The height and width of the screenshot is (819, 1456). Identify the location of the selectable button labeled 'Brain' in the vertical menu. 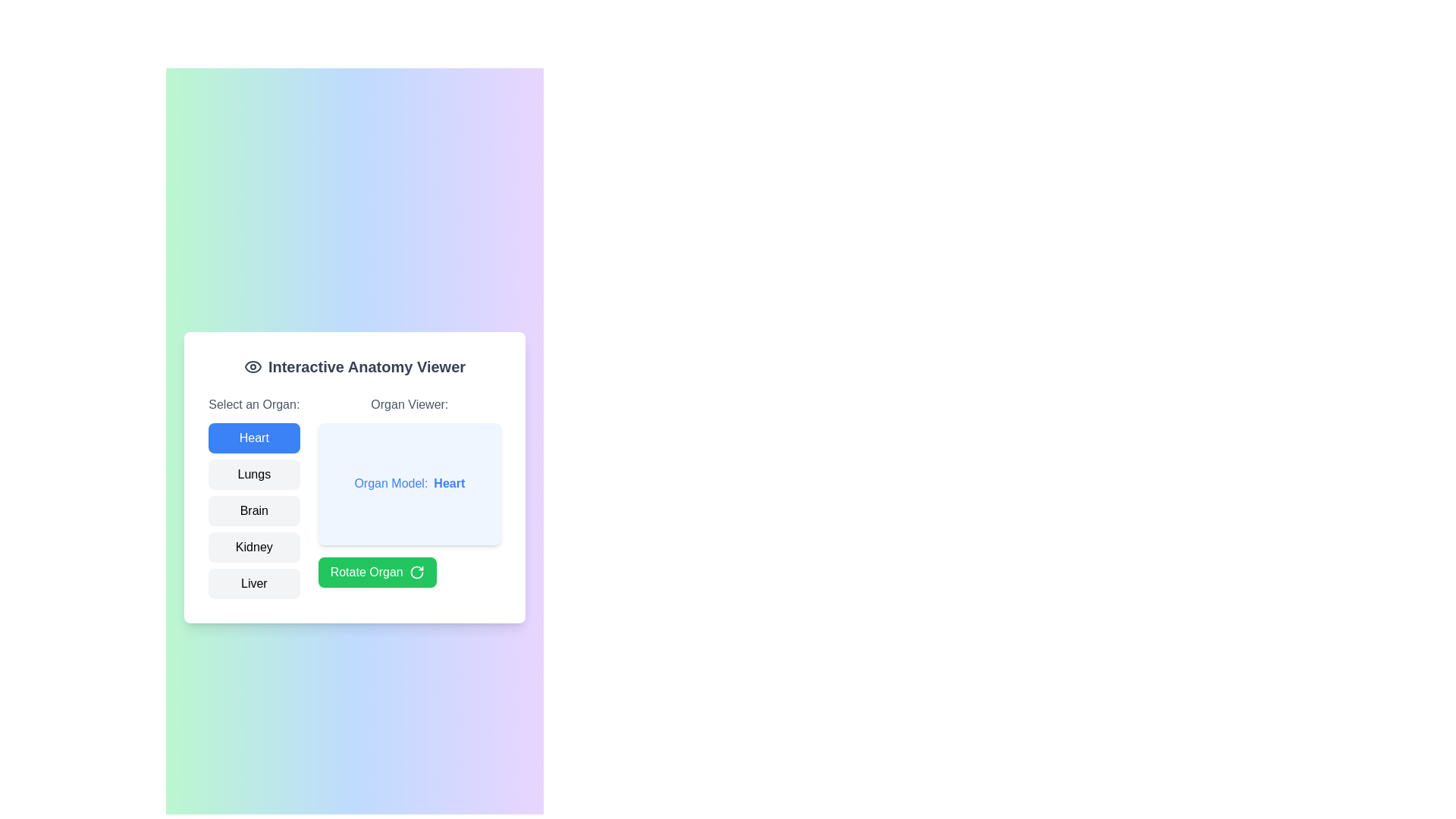
(254, 497).